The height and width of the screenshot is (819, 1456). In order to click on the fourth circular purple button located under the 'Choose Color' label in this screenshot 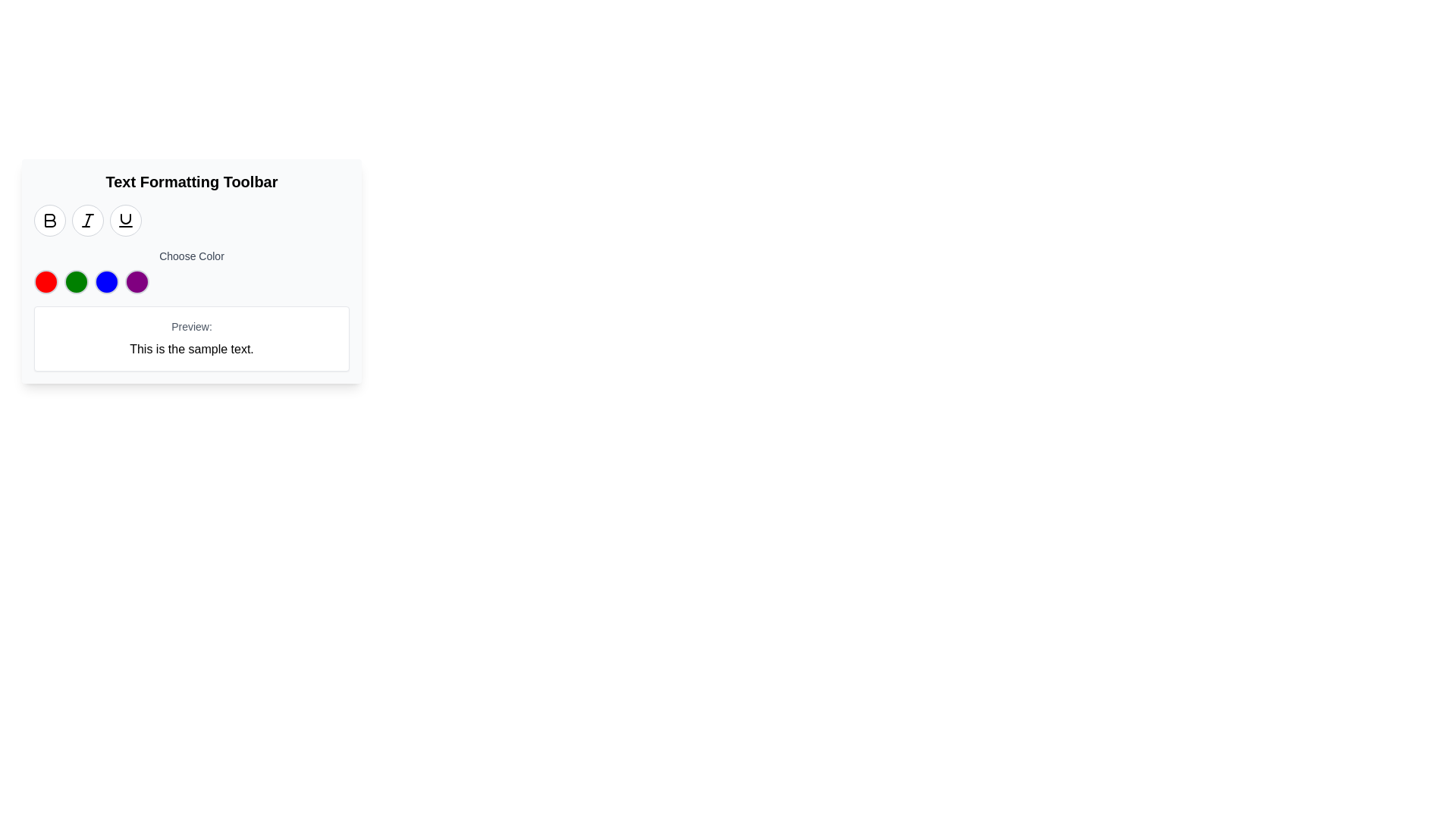, I will do `click(137, 281)`.